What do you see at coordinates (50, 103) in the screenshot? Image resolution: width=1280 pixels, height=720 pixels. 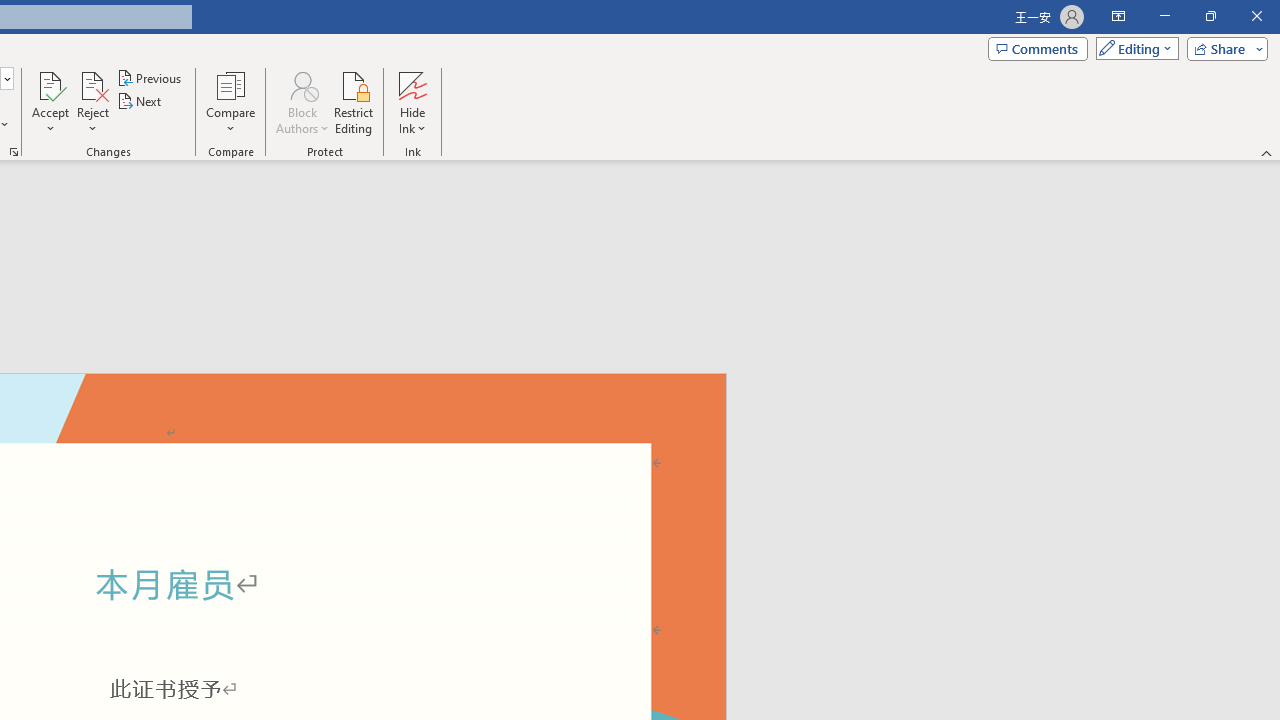 I see `'Accept'` at bounding box center [50, 103].